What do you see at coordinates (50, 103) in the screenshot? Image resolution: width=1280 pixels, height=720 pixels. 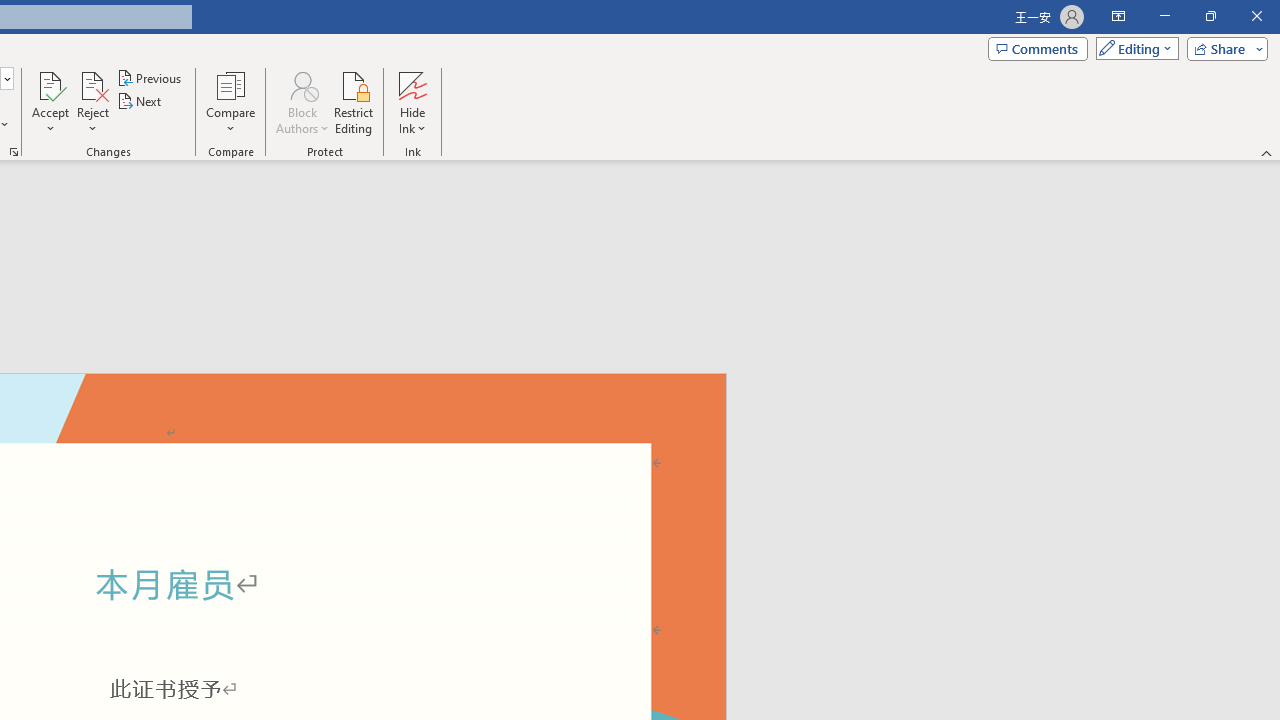 I see `'Accept'` at bounding box center [50, 103].